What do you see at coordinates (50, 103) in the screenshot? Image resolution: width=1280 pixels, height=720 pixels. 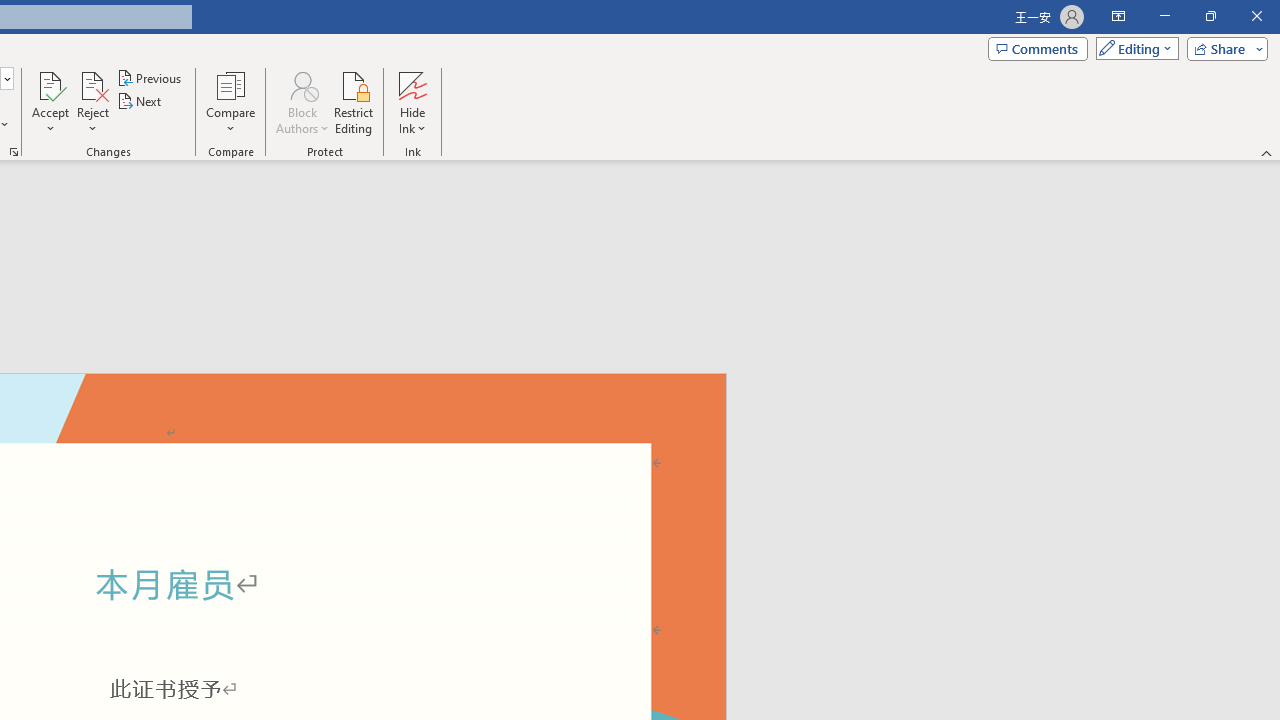 I see `'Accept'` at bounding box center [50, 103].